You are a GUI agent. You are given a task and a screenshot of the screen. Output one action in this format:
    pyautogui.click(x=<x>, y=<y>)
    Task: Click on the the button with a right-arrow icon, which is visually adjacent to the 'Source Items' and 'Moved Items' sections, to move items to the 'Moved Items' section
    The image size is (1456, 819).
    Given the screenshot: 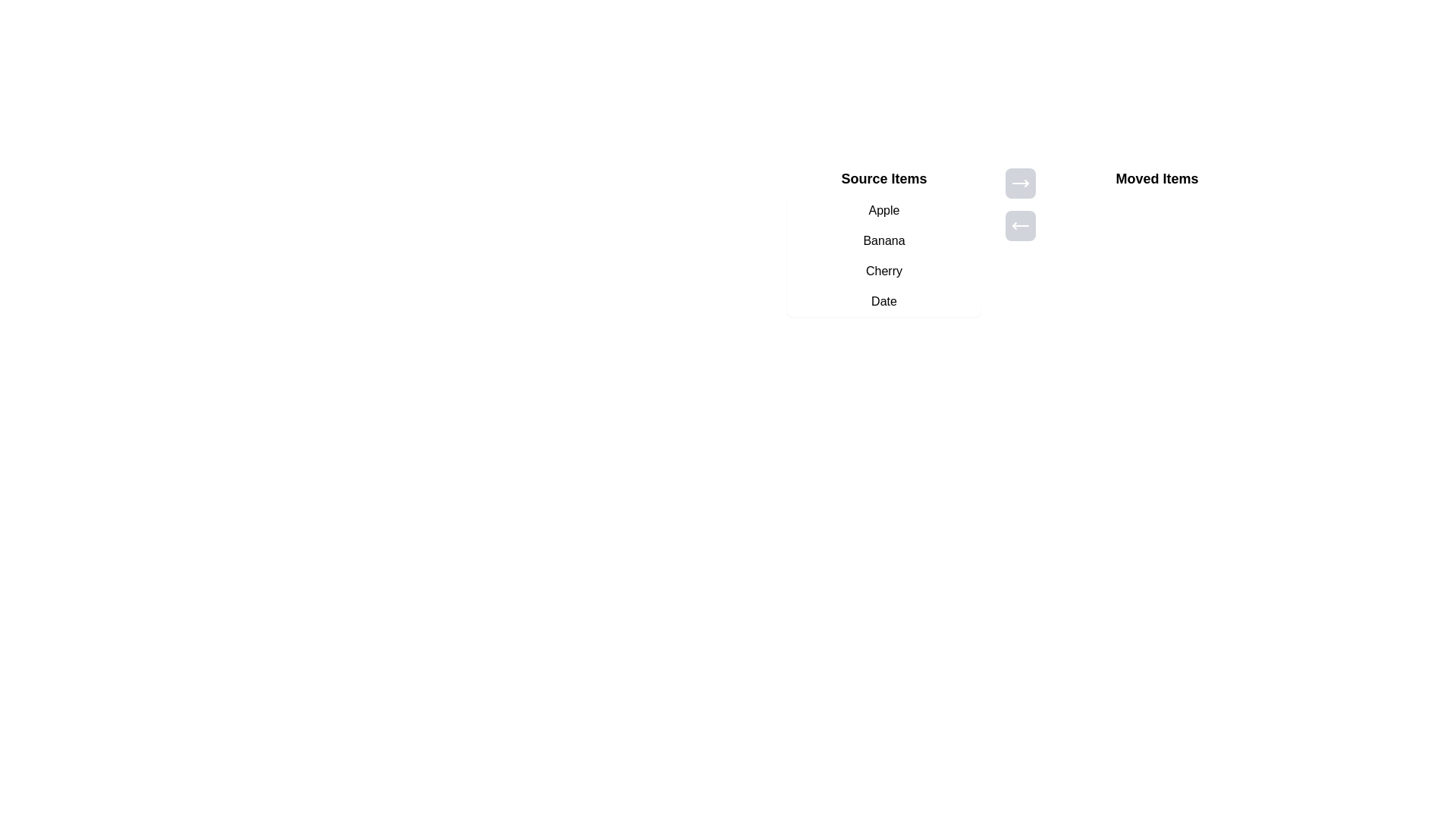 What is the action you would take?
    pyautogui.click(x=1020, y=183)
    